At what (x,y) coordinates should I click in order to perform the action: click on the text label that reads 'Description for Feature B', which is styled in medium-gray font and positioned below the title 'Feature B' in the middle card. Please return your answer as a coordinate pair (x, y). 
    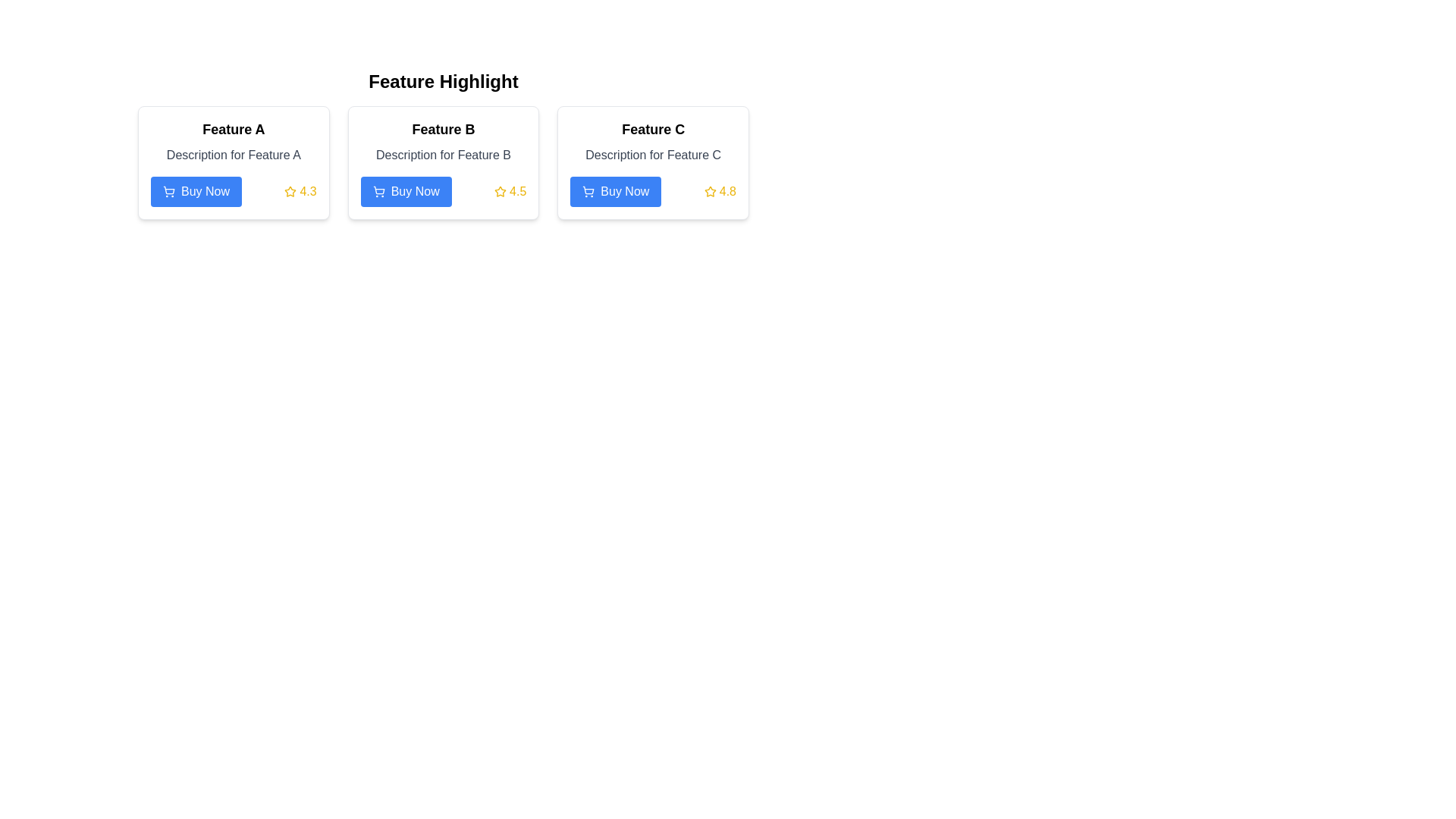
    Looking at the image, I should click on (443, 155).